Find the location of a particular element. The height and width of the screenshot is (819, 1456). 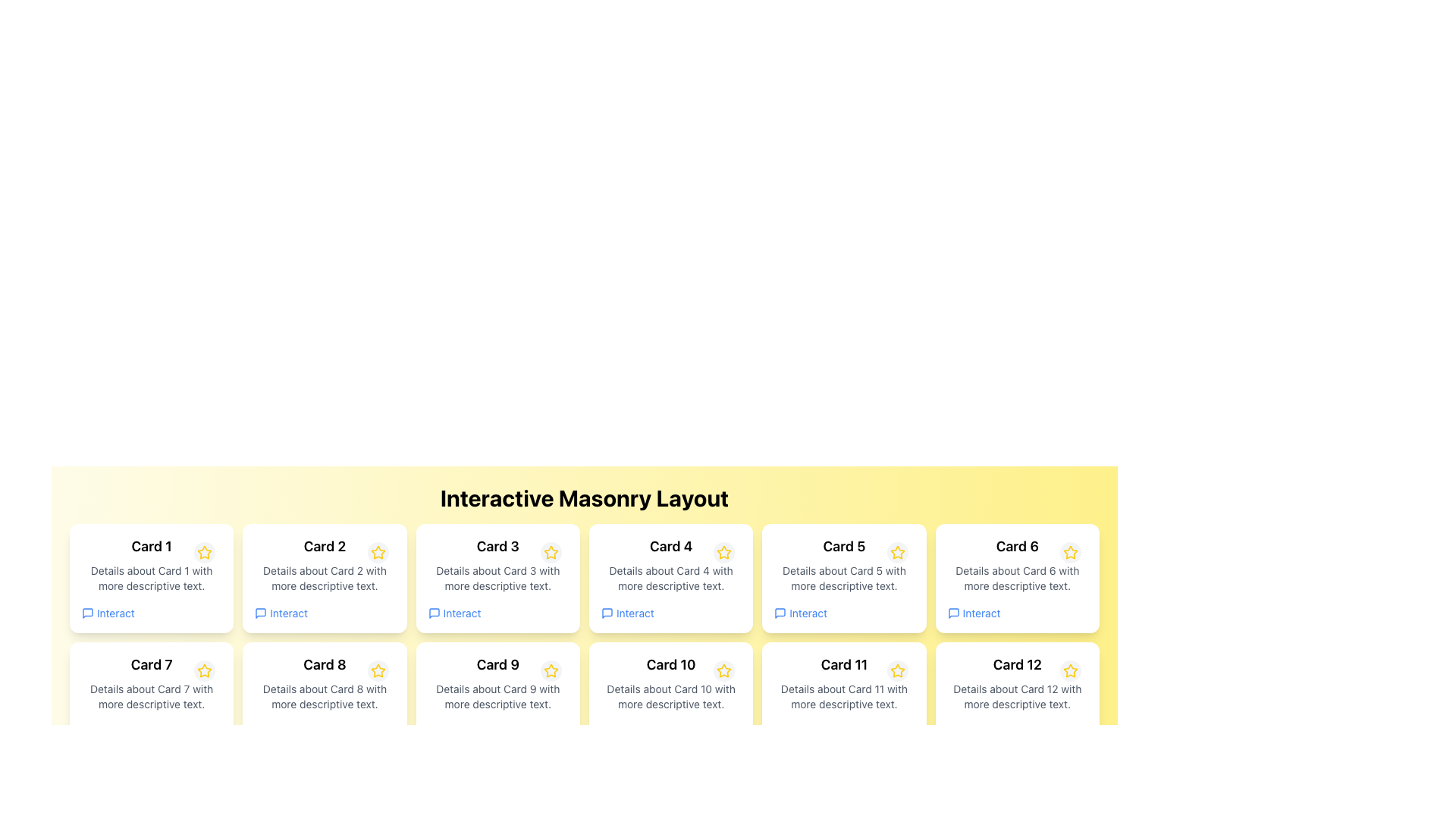

the favorite button located in the top-right corner of 'Card 5' to mark it as a favorite is located at coordinates (897, 553).